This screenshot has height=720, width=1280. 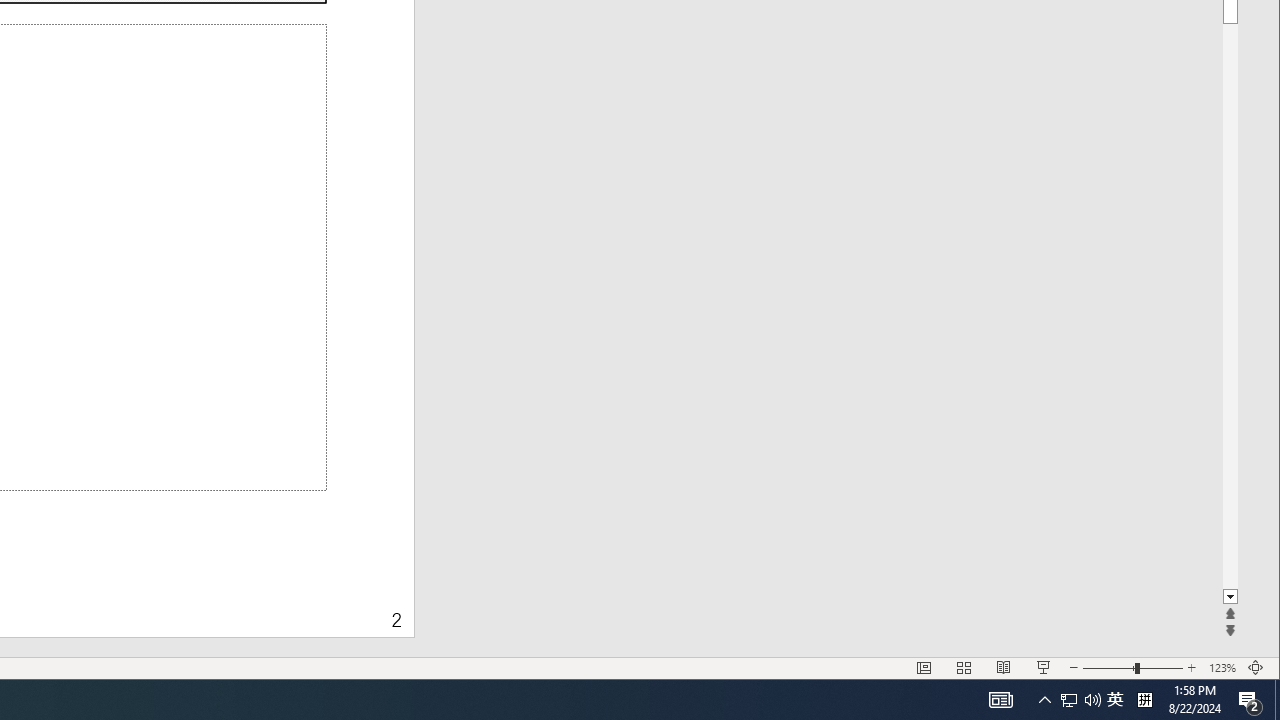 What do you see at coordinates (1221, 668) in the screenshot?
I see `'Zoom 123%'` at bounding box center [1221, 668].